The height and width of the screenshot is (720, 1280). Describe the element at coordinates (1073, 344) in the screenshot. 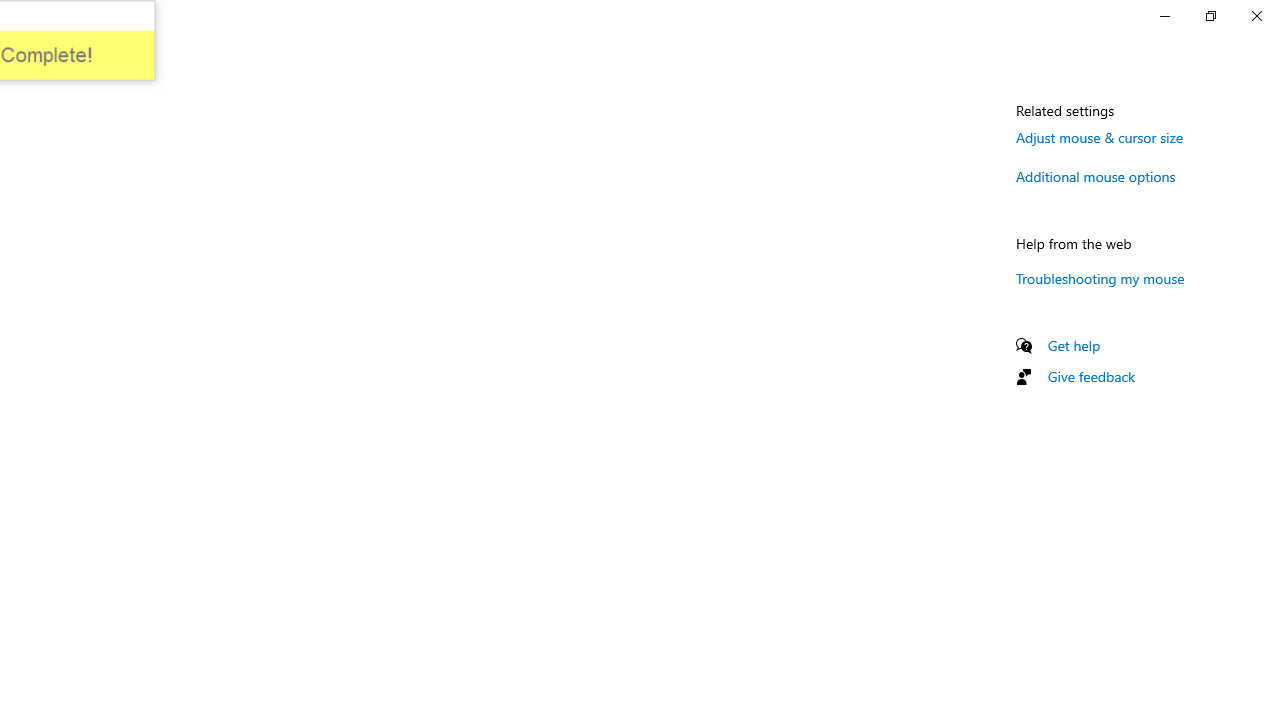

I see `'Get help'` at that location.